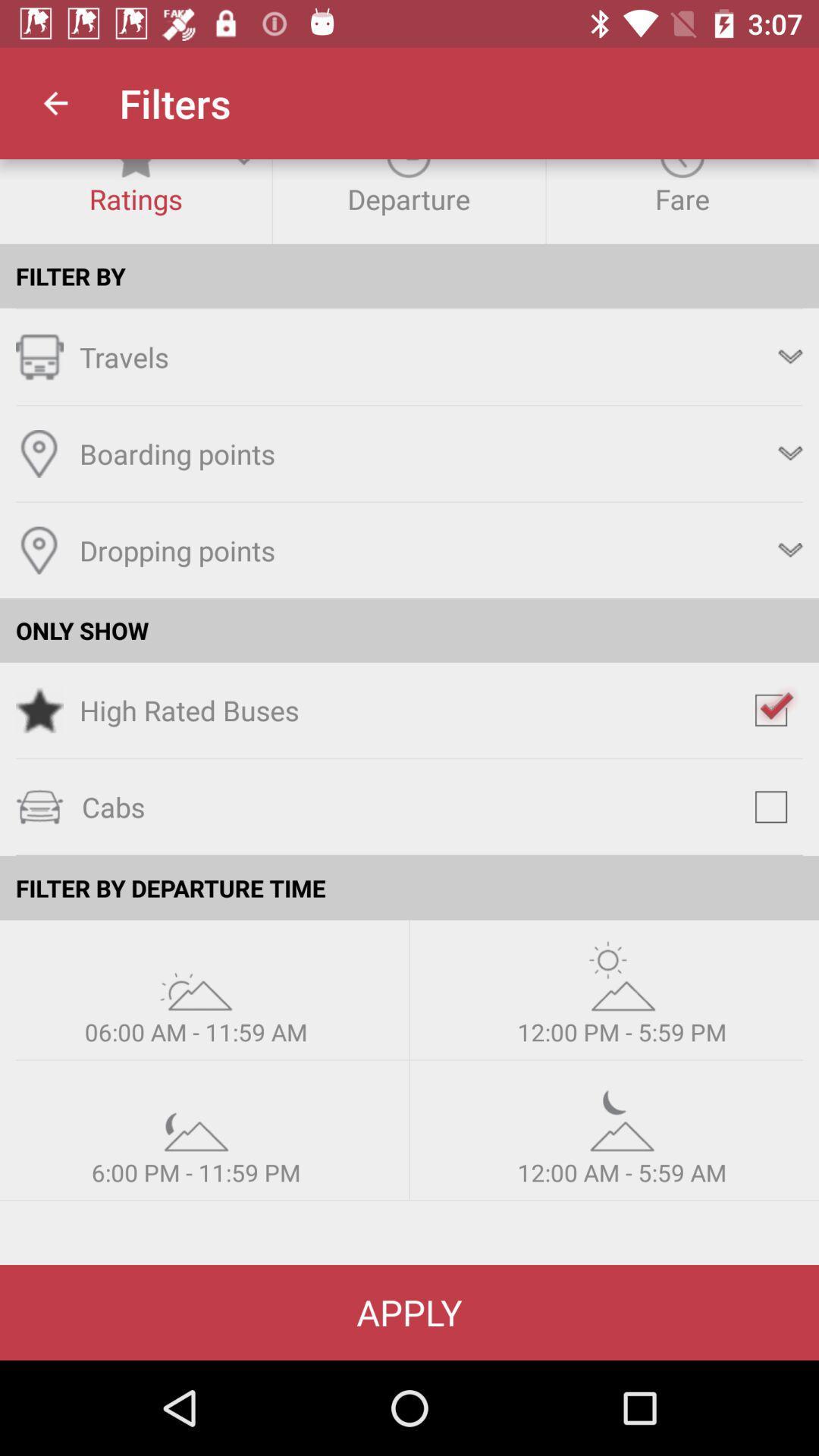 This screenshot has height=1456, width=819. I want to click on filter by departure time option, so click(622, 1116).